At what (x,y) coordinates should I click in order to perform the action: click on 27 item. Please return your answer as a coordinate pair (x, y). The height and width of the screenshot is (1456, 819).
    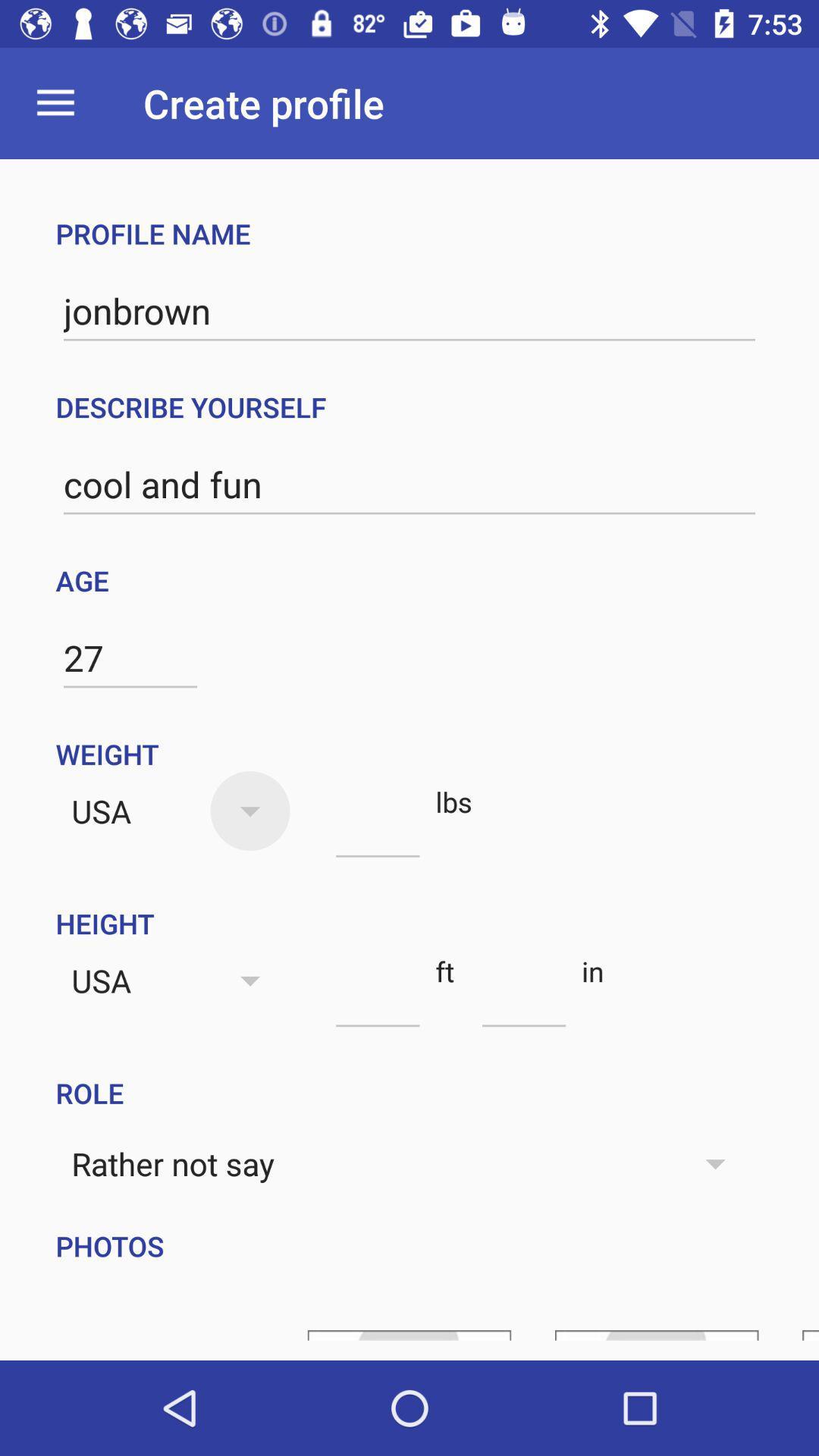
    Looking at the image, I should click on (130, 658).